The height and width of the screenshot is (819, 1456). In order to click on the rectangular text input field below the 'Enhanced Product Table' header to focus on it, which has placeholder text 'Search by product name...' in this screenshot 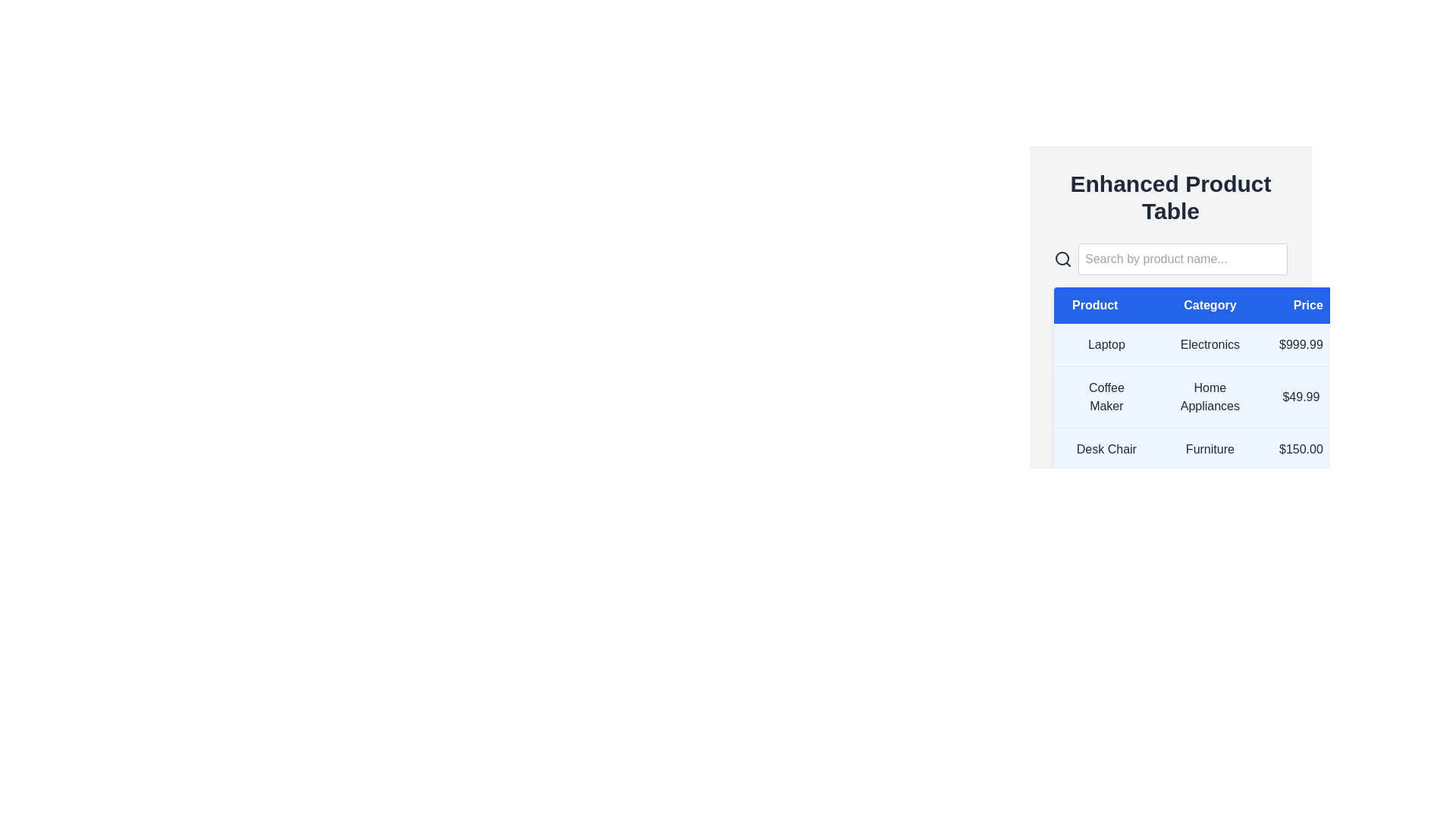, I will do `click(1182, 259)`.